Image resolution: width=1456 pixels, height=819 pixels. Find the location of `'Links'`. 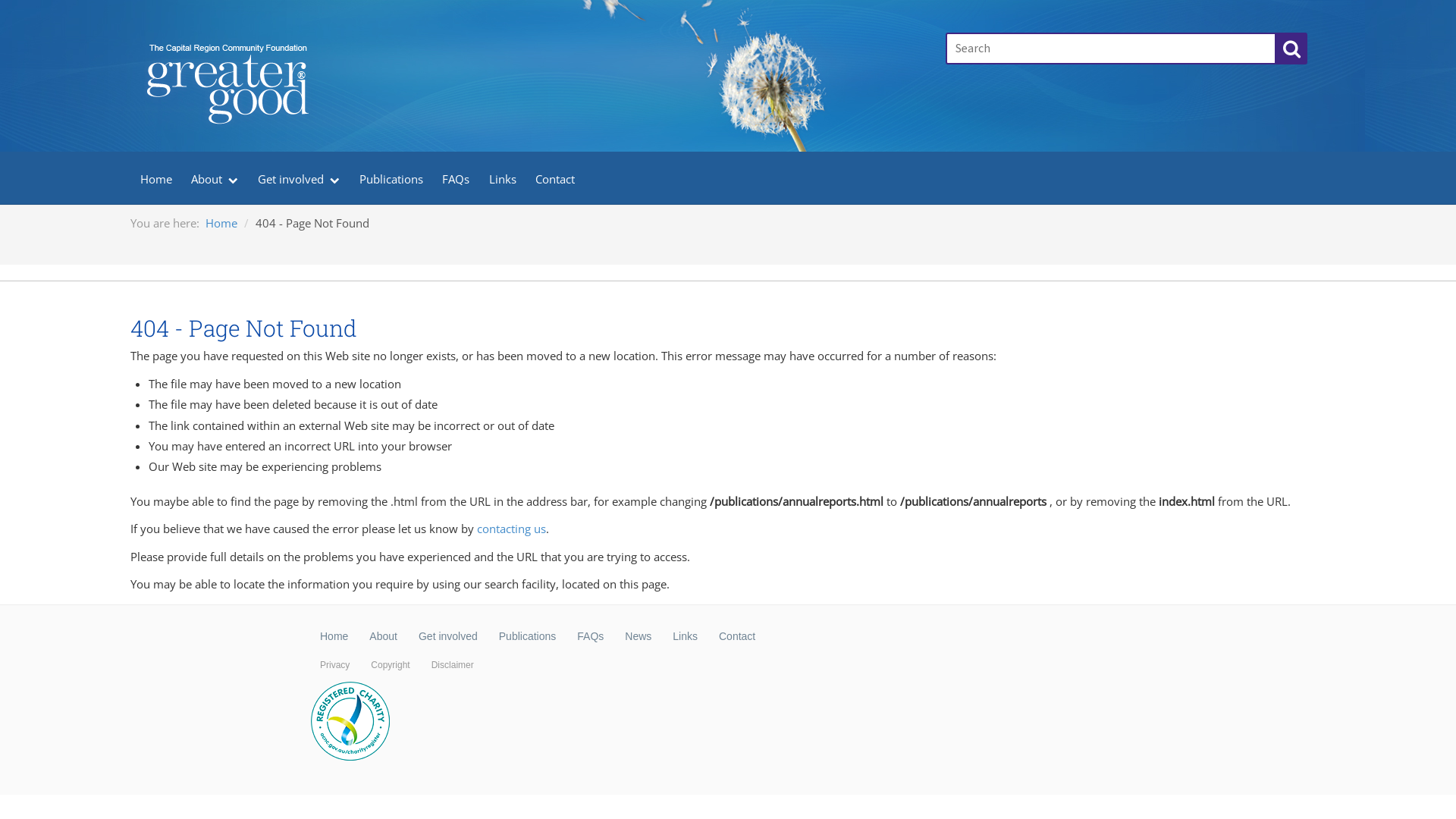

'Links' is located at coordinates (479, 177).